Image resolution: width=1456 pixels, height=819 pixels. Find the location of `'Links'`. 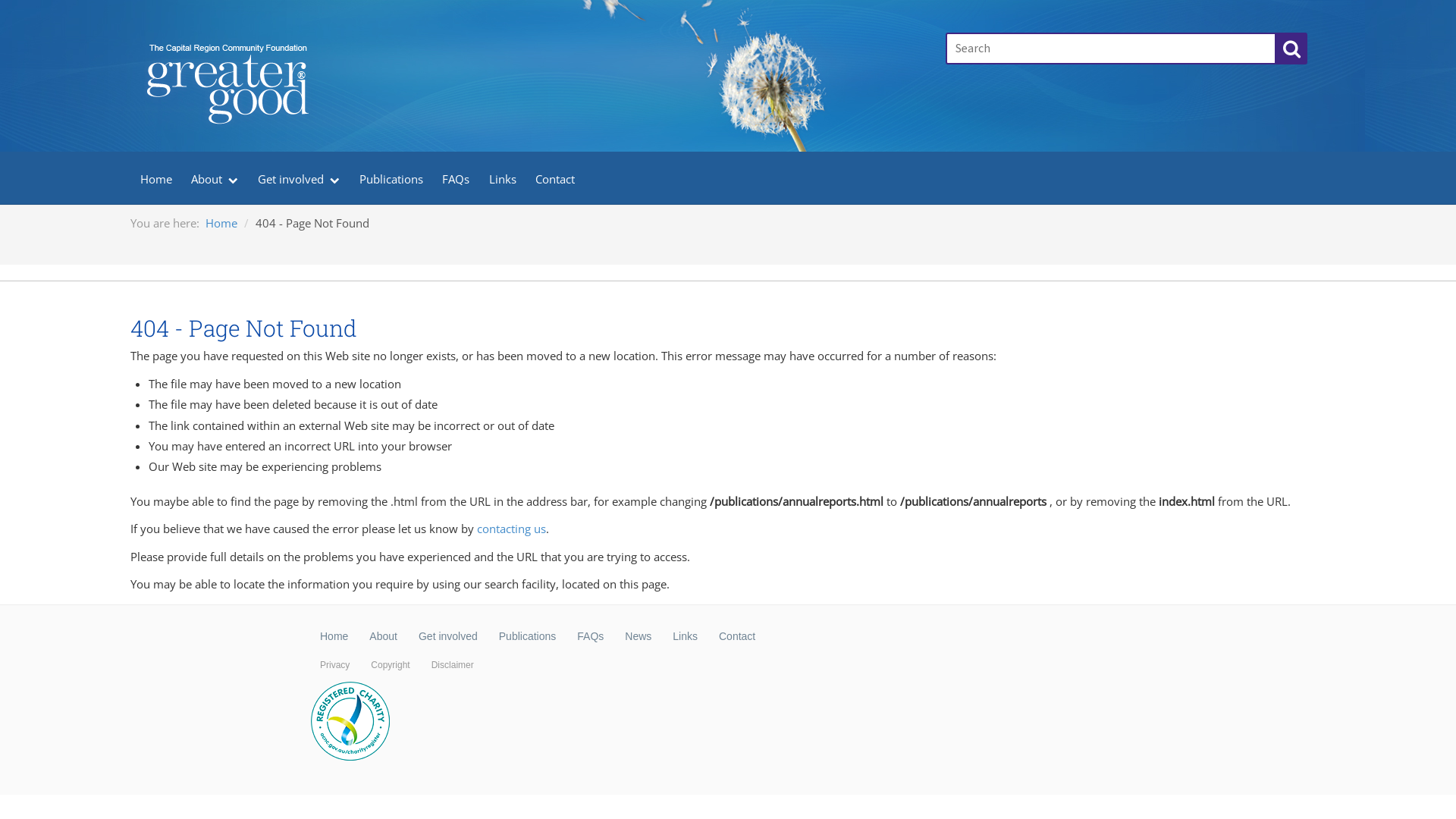

'Links' is located at coordinates (479, 177).